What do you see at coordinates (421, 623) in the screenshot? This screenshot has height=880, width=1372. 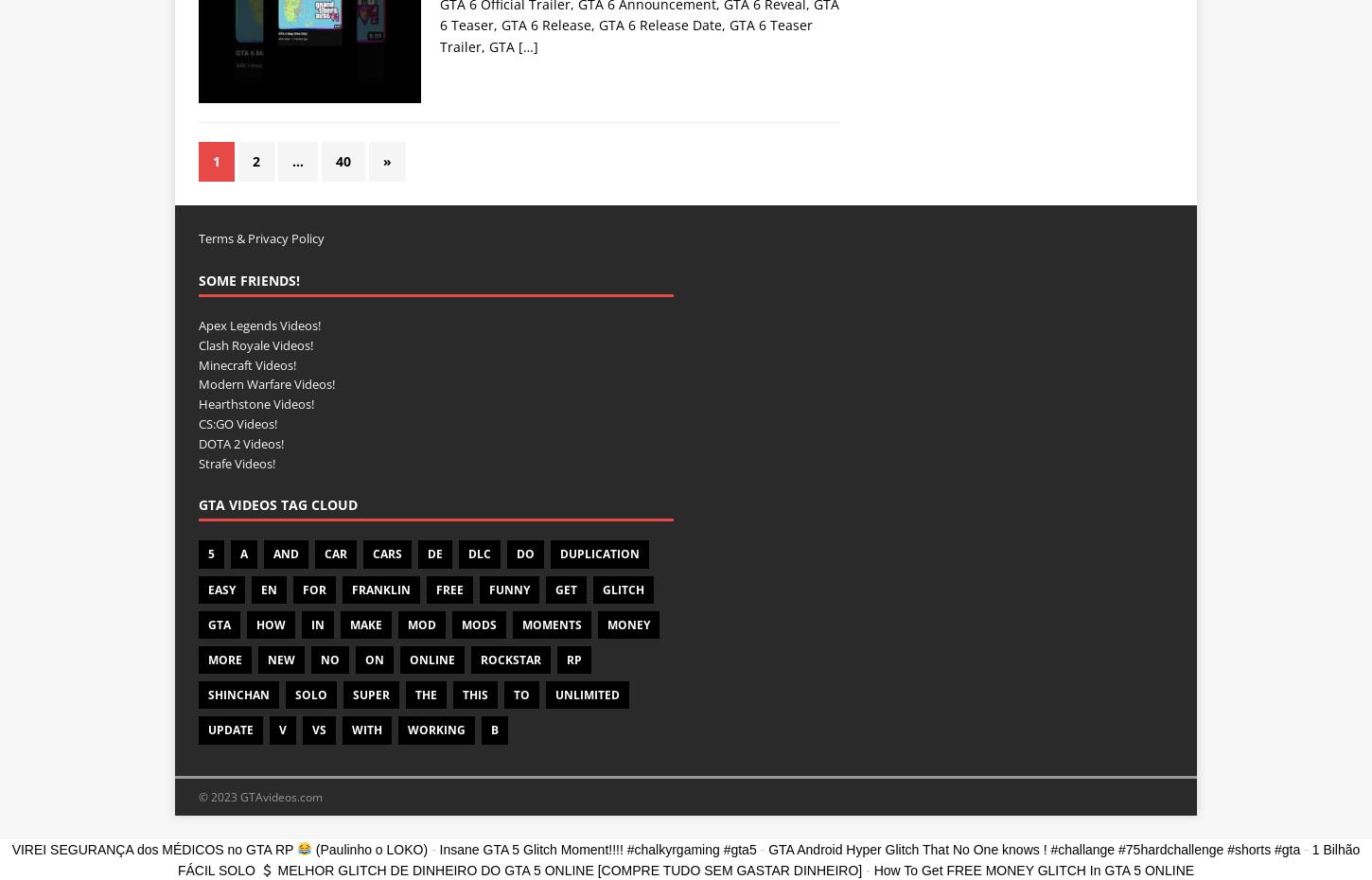 I see `'Mod'` at bounding box center [421, 623].